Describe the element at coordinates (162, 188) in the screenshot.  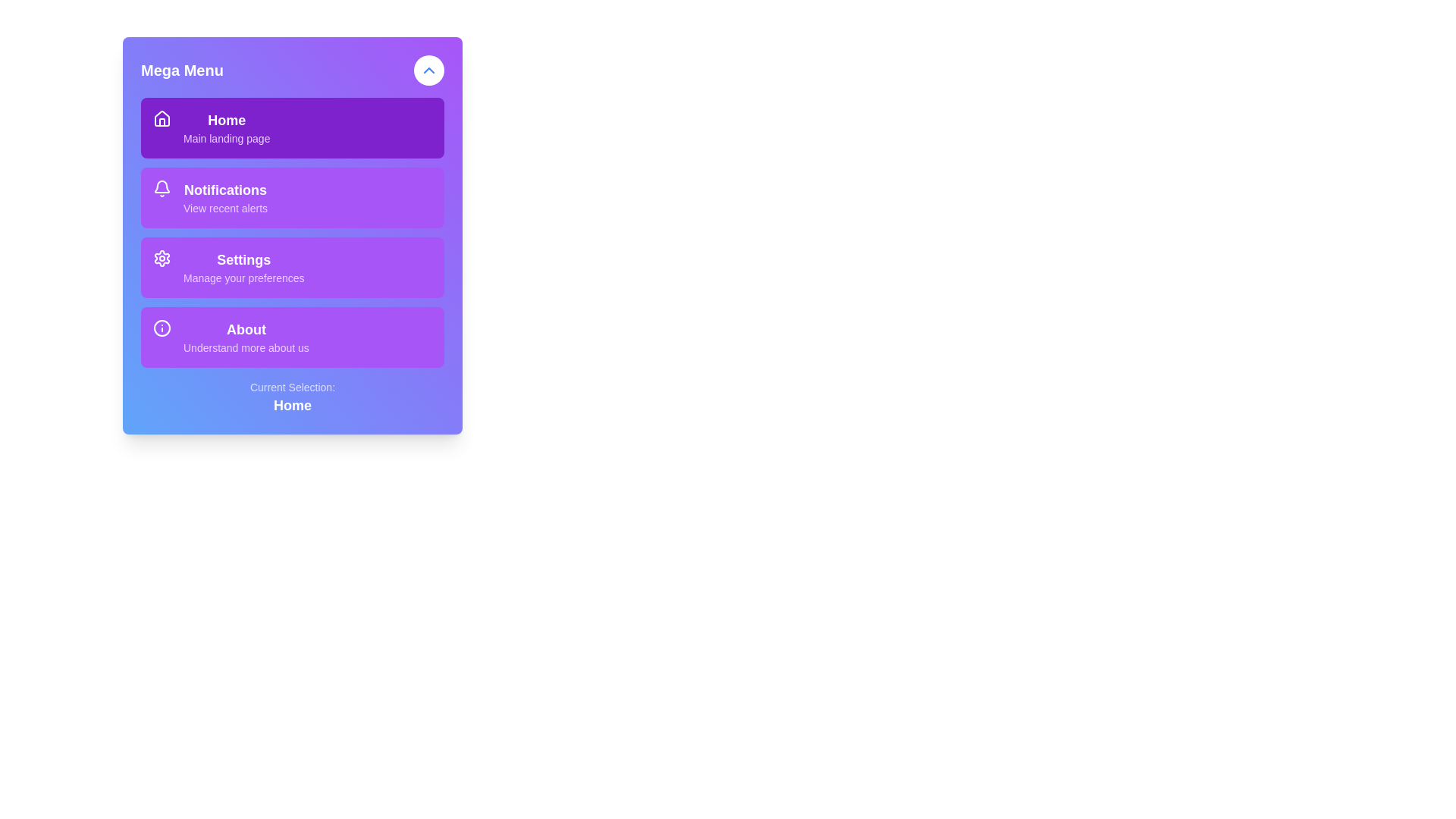
I see `the notification bell icon, which is a small icon with a white outline on a purple background, located to the left of the text 'Notifications' and 'View recent alerts'` at that location.